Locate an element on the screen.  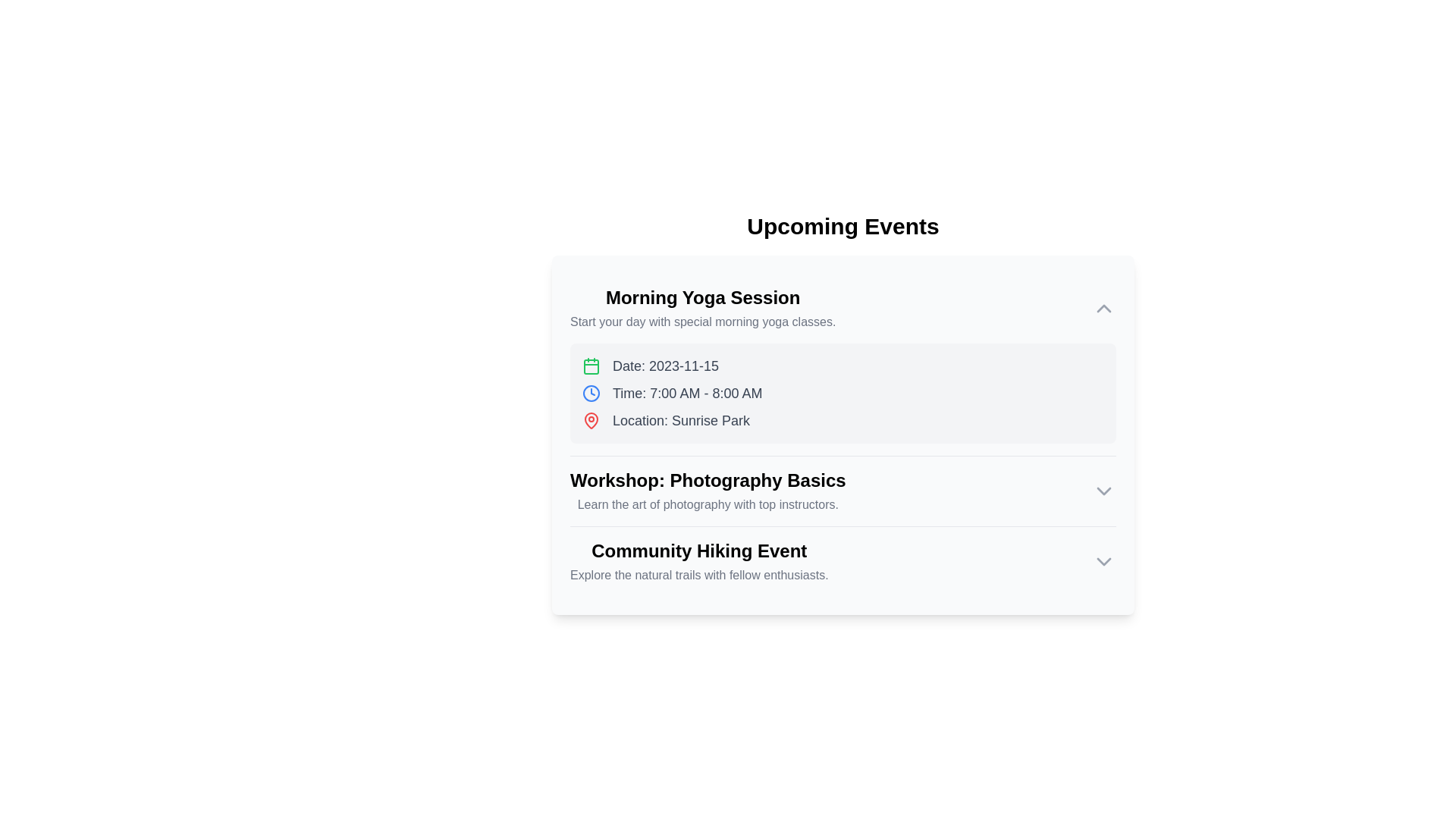
the static informational text element that reads 'Learn the art of photography with top instructors.' located below the title 'Workshop: Photography Basics' is located at coordinates (707, 505).